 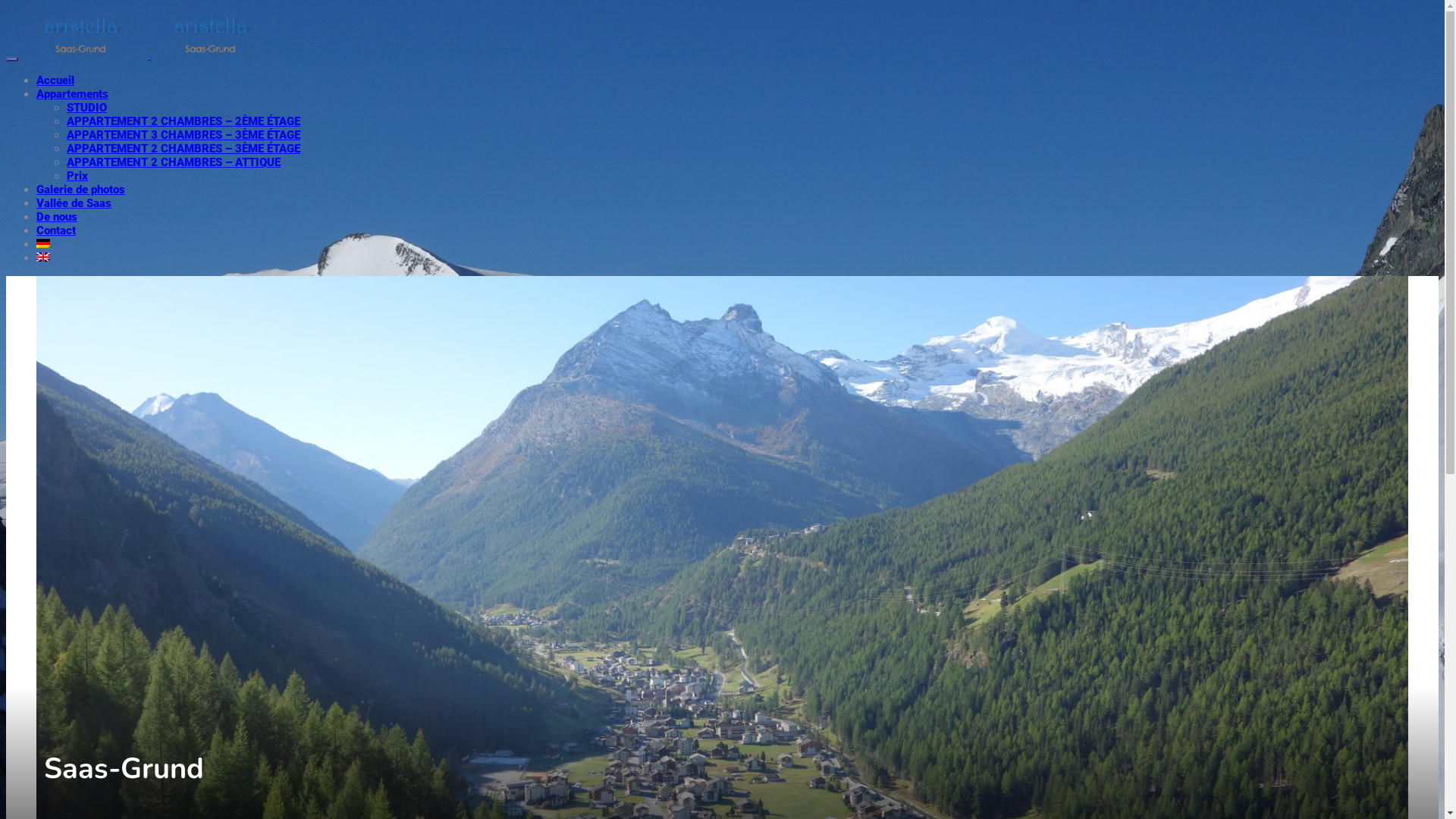 I want to click on 'Appartements', so click(x=71, y=93).